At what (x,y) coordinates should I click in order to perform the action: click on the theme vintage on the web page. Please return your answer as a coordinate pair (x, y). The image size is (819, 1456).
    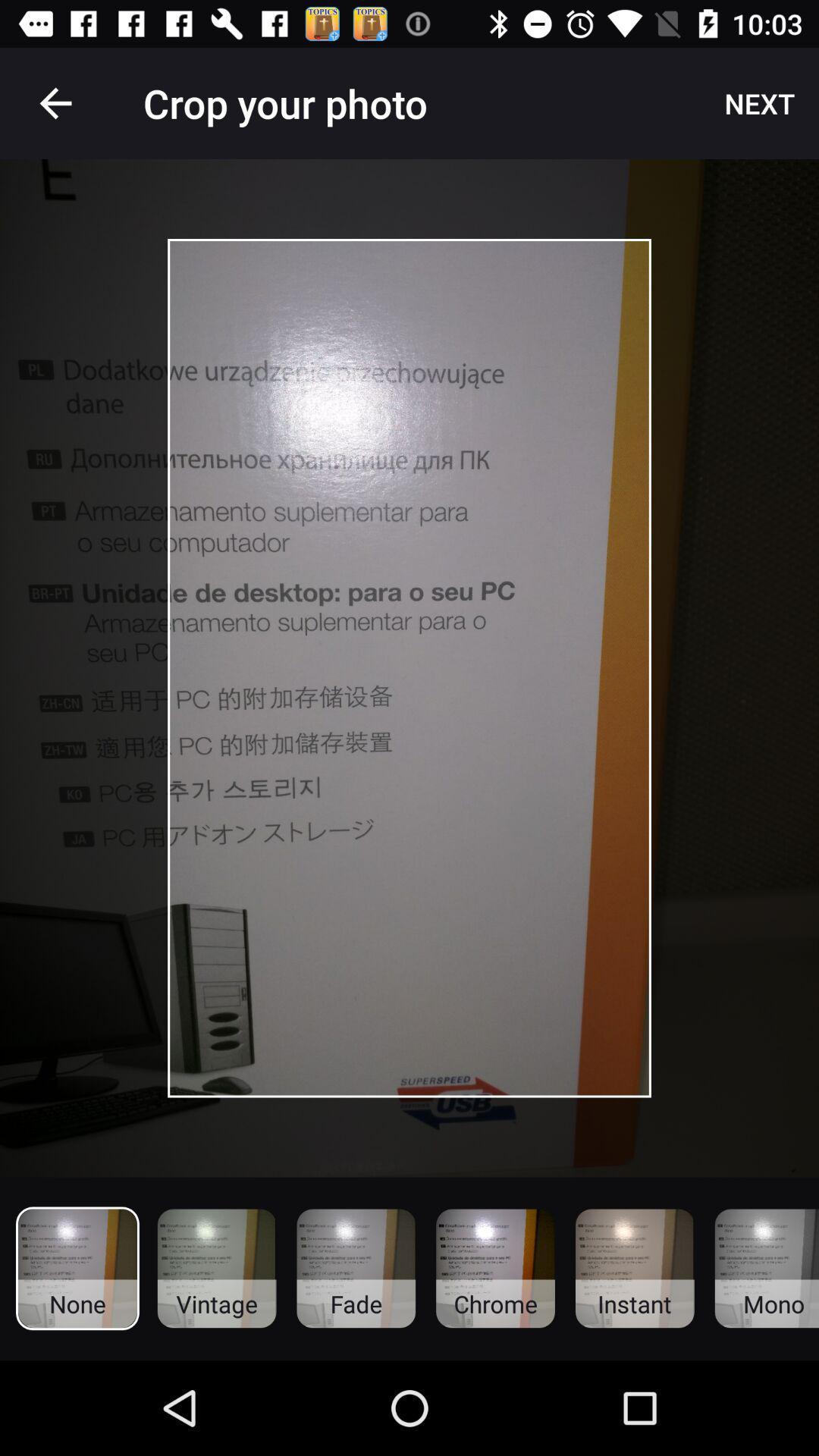
    Looking at the image, I should click on (217, 1269).